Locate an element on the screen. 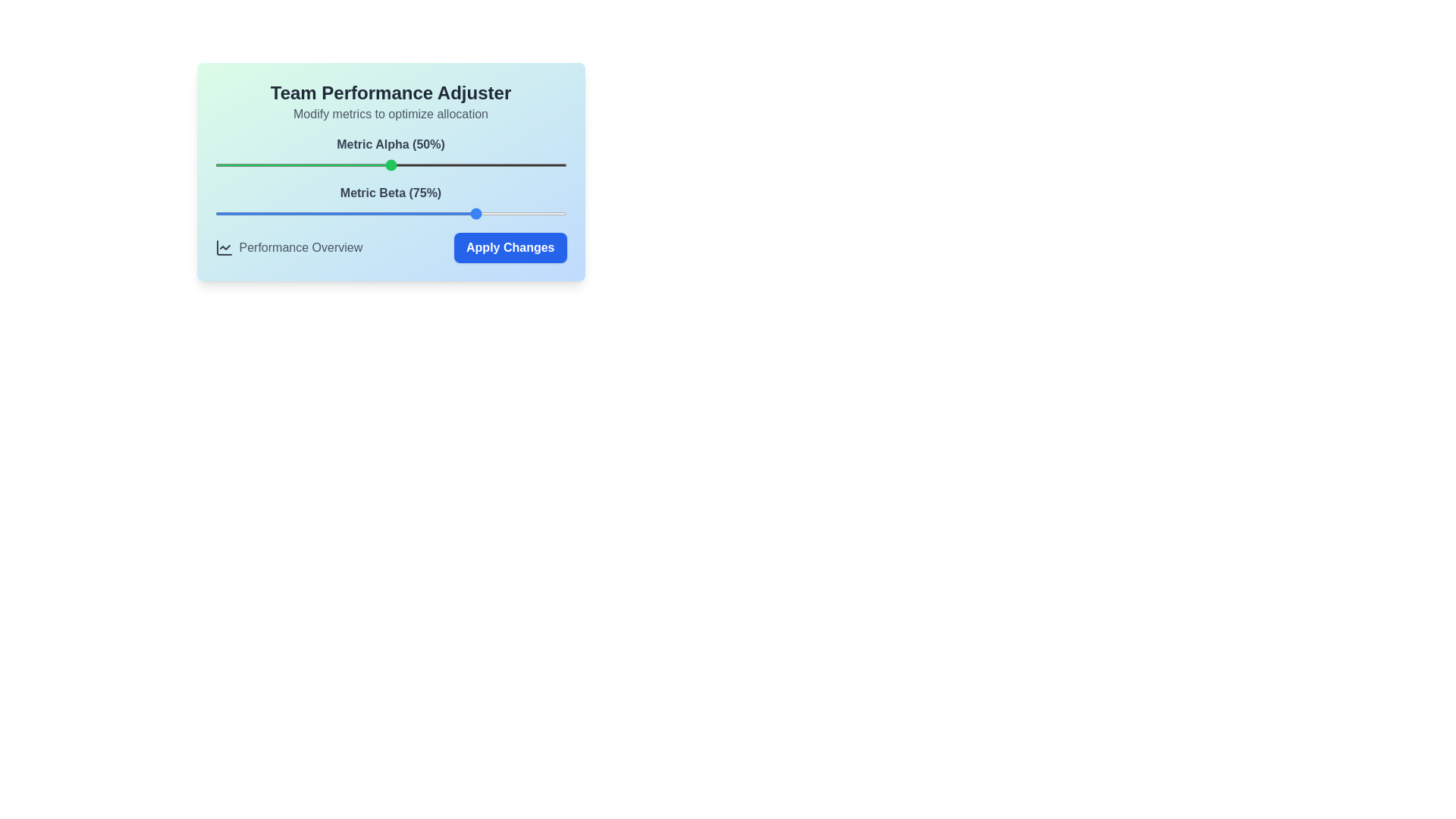  the Metric Alpha slider to set its value to 77 is located at coordinates (485, 165).